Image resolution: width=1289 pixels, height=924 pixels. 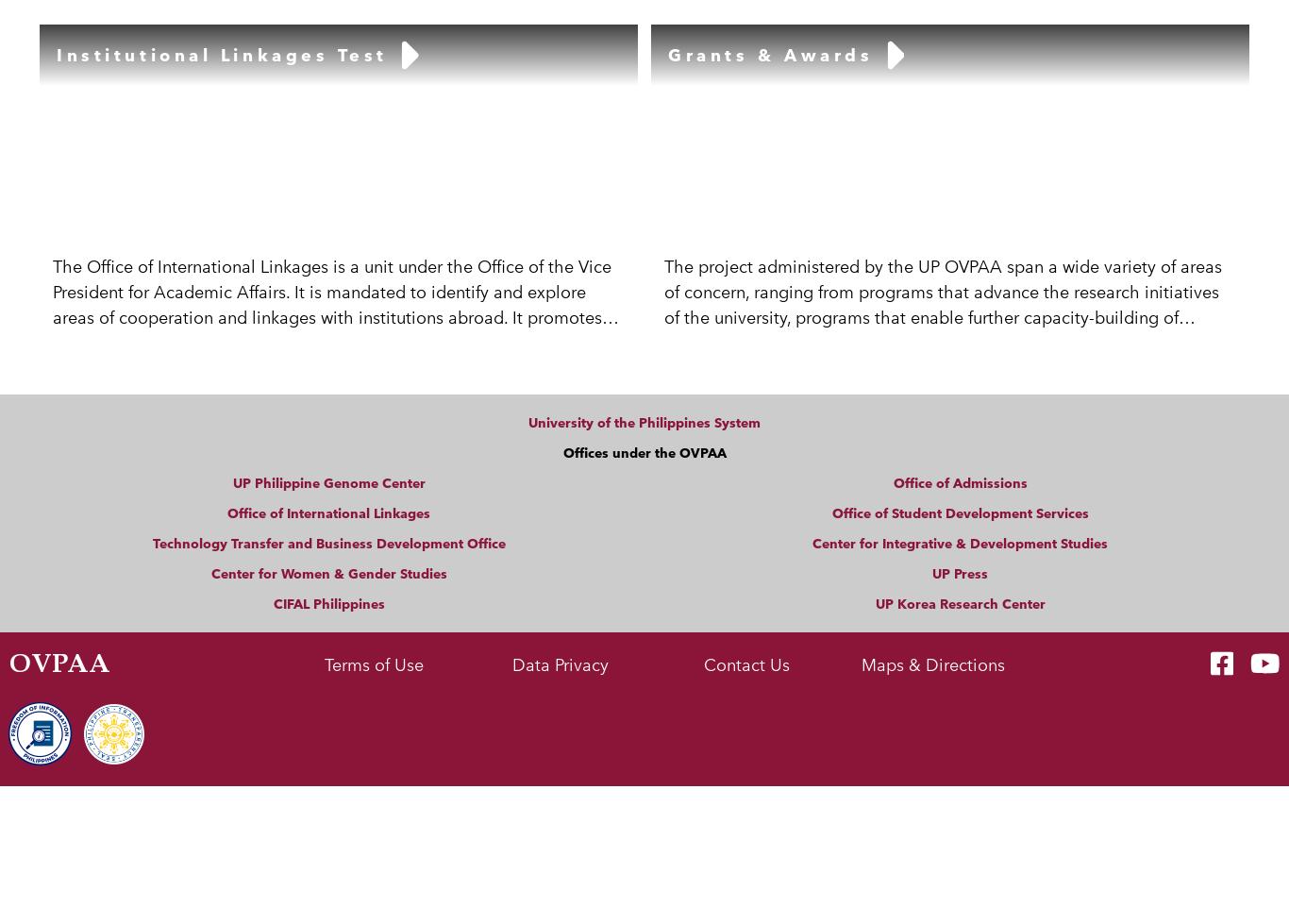 What do you see at coordinates (892, 481) in the screenshot?
I see `'Office of Admissions'` at bounding box center [892, 481].